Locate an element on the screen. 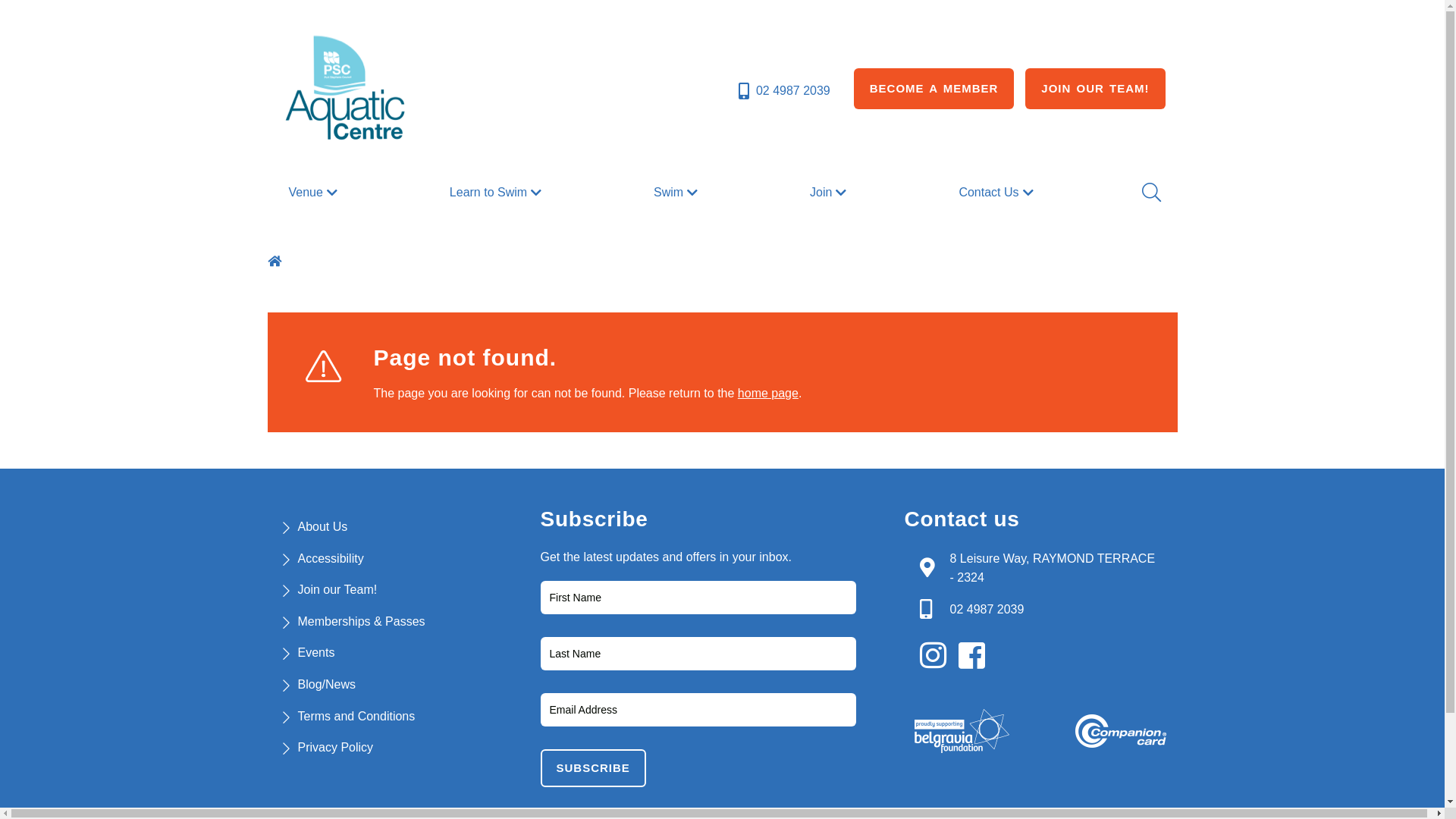  'JOIN OUR TEAM!' is located at coordinates (1025, 88).